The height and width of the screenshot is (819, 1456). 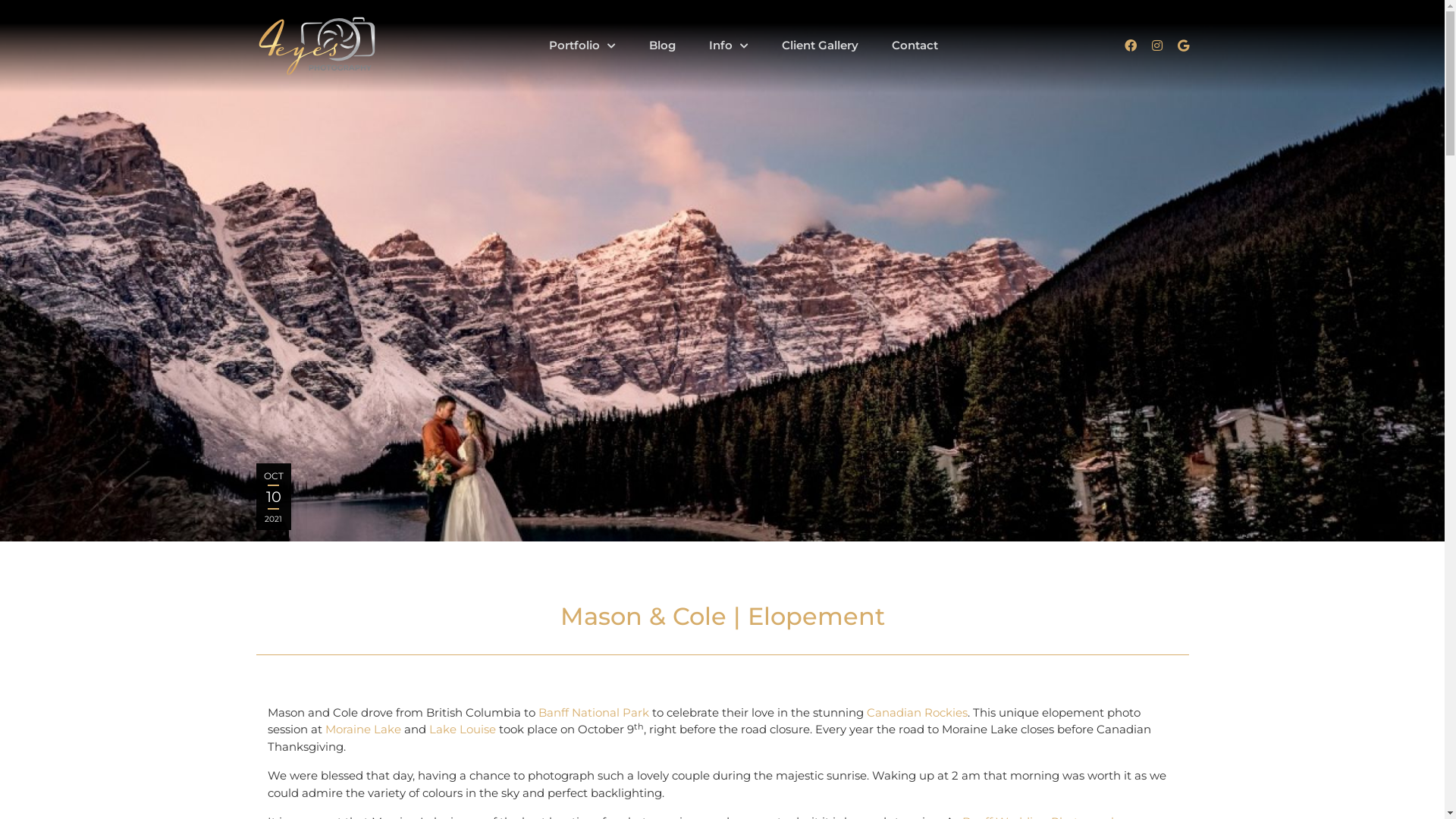 What do you see at coordinates (1156, 45) in the screenshot?
I see `'Instagram'` at bounding box center [1156, 45].